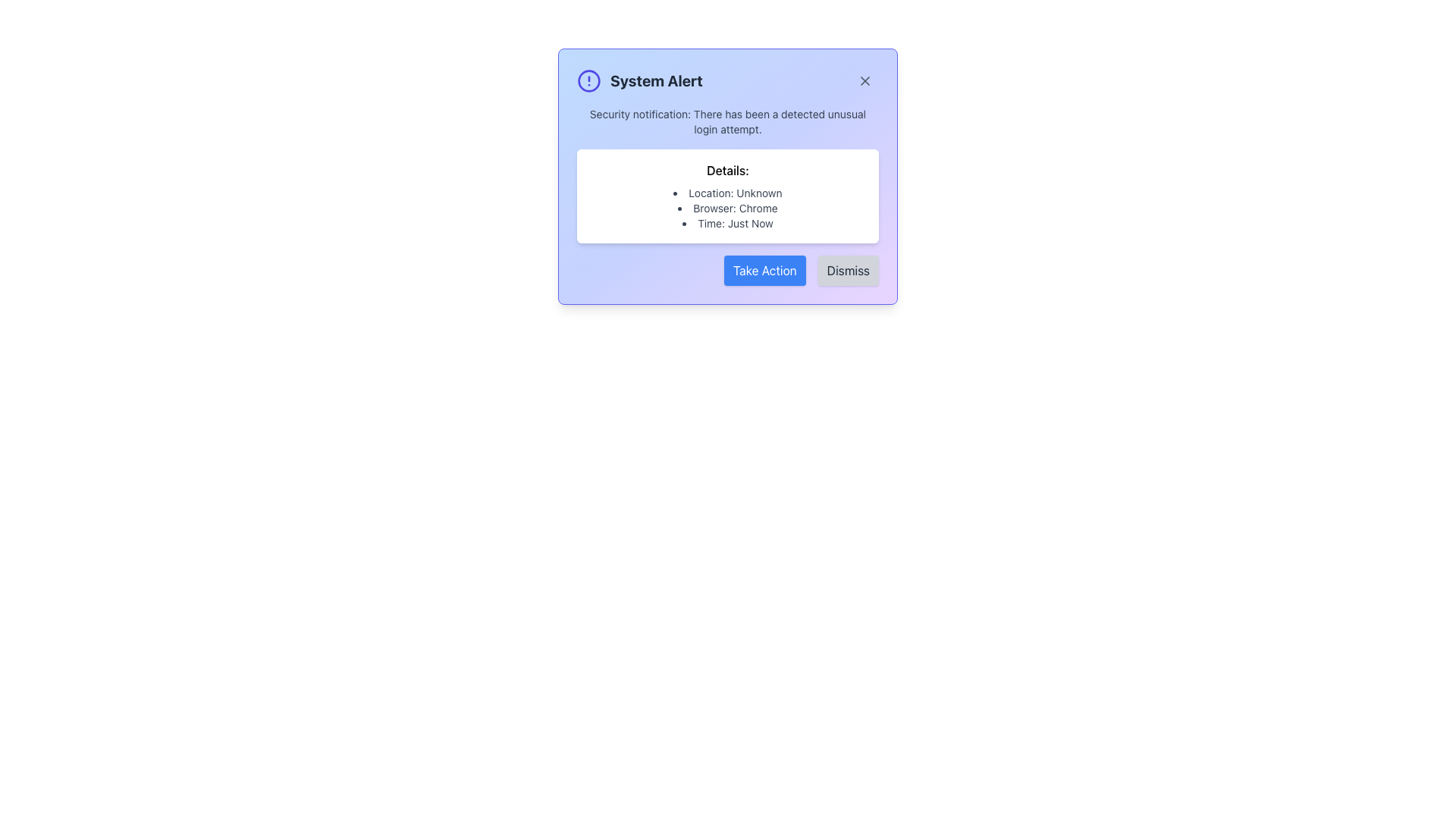 This screenshot has width=1456, height=819. I want to click on timestamp information displayed in the third bullet point of the 'Details' section within the modal window, located between 'Browser: Chrome' and the action buttons, so click(728, 223).